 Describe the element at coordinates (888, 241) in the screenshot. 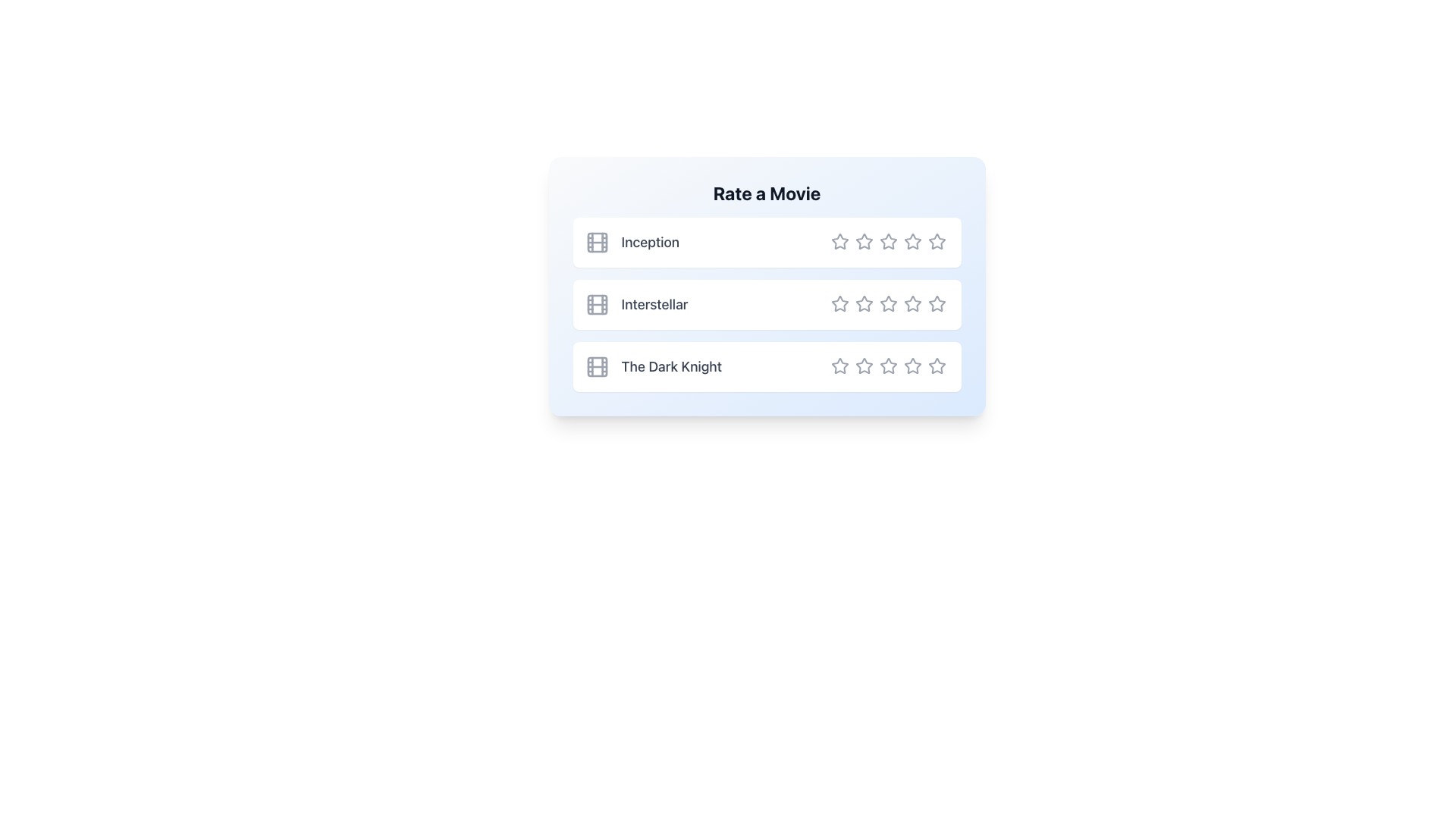

I see `the third star-shaped rating button for the movie 'Inception' to assign a 3-star rating` at that location.